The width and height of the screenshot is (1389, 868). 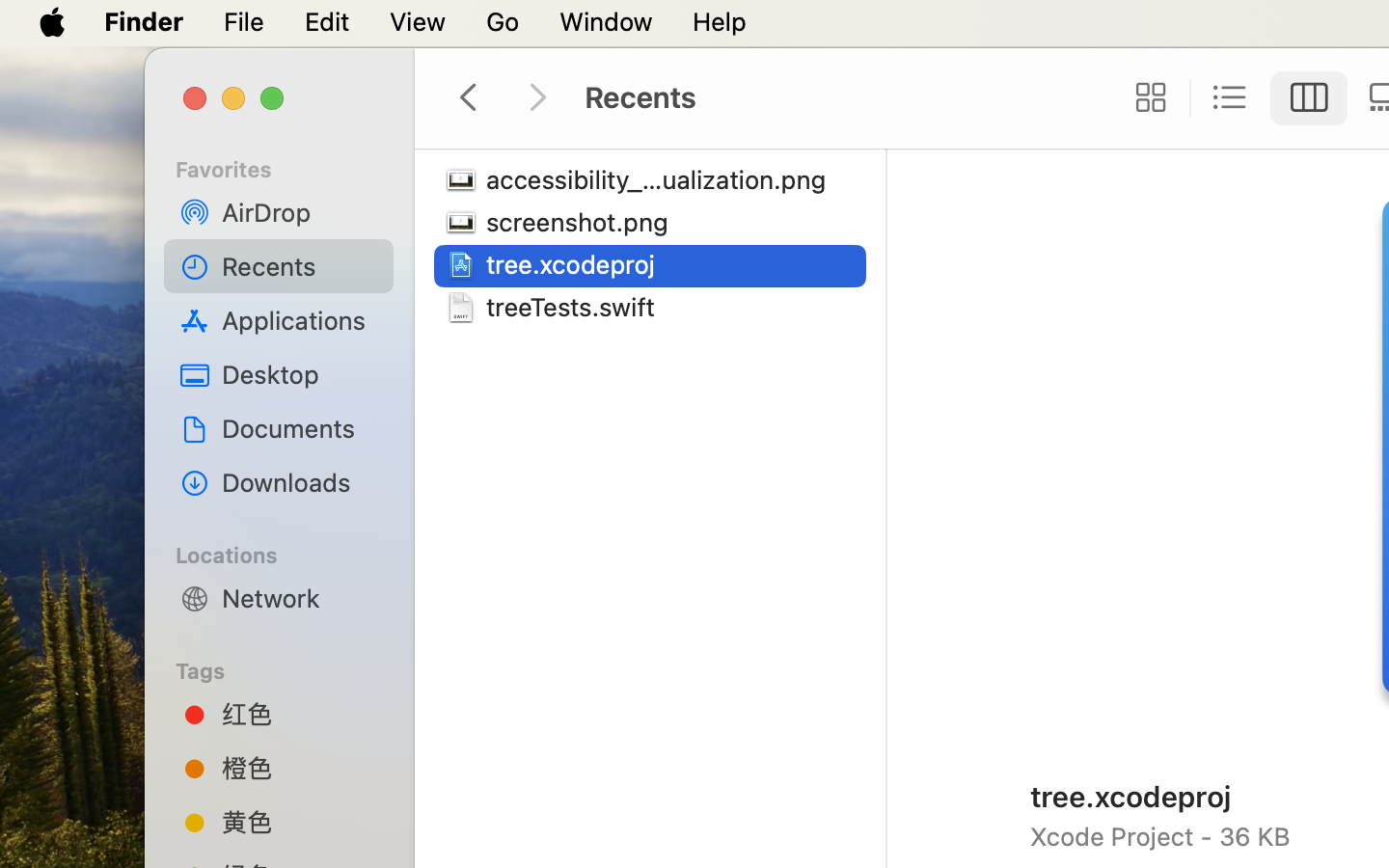 I want to click on 'Network', so click(x=300, y=598).